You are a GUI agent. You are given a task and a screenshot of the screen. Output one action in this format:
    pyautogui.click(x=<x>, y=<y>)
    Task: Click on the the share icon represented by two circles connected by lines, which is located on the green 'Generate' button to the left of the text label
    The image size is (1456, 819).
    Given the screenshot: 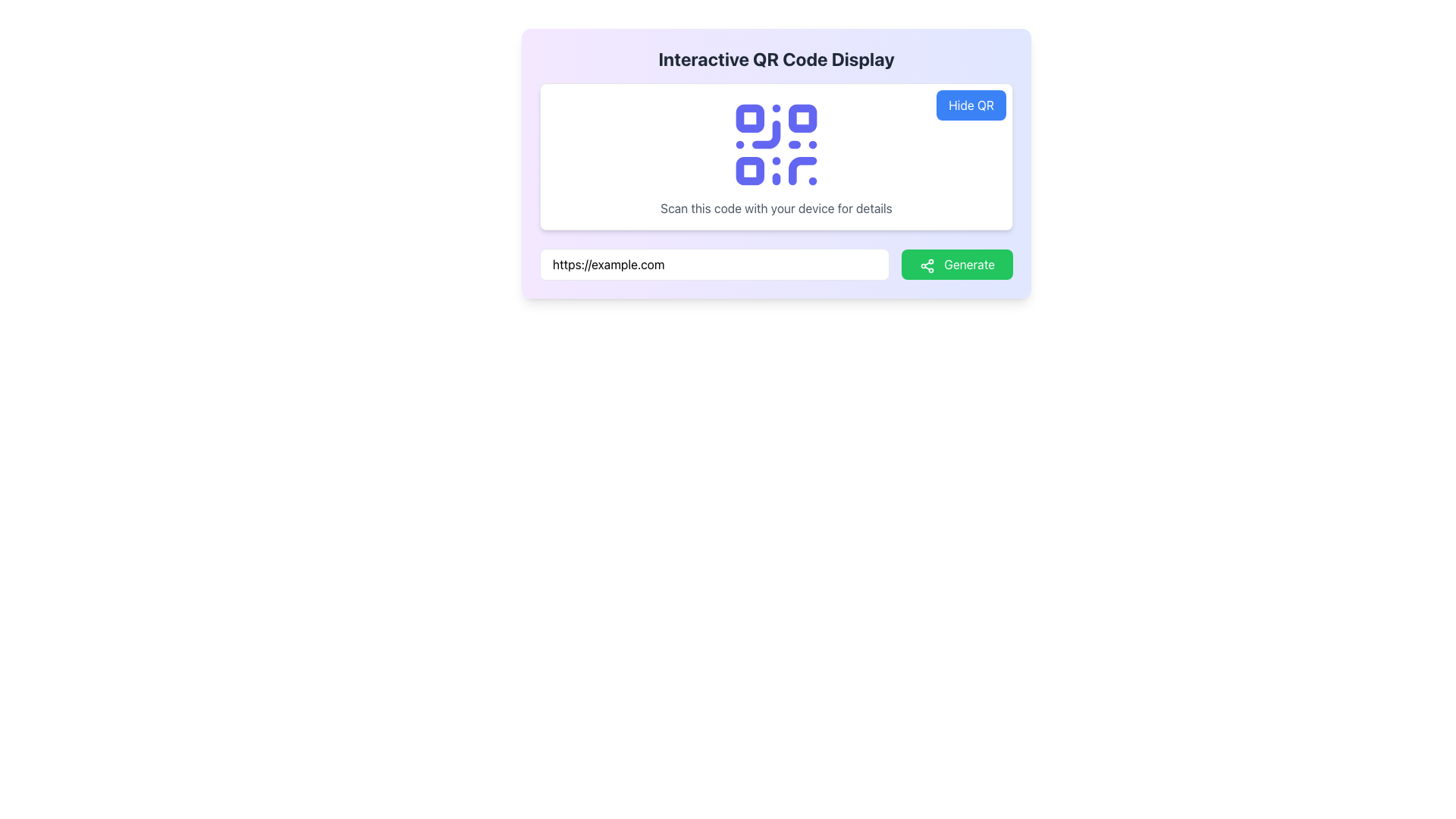 What is the action you would take?
    pyautogui.click(x=927, y=265)
    